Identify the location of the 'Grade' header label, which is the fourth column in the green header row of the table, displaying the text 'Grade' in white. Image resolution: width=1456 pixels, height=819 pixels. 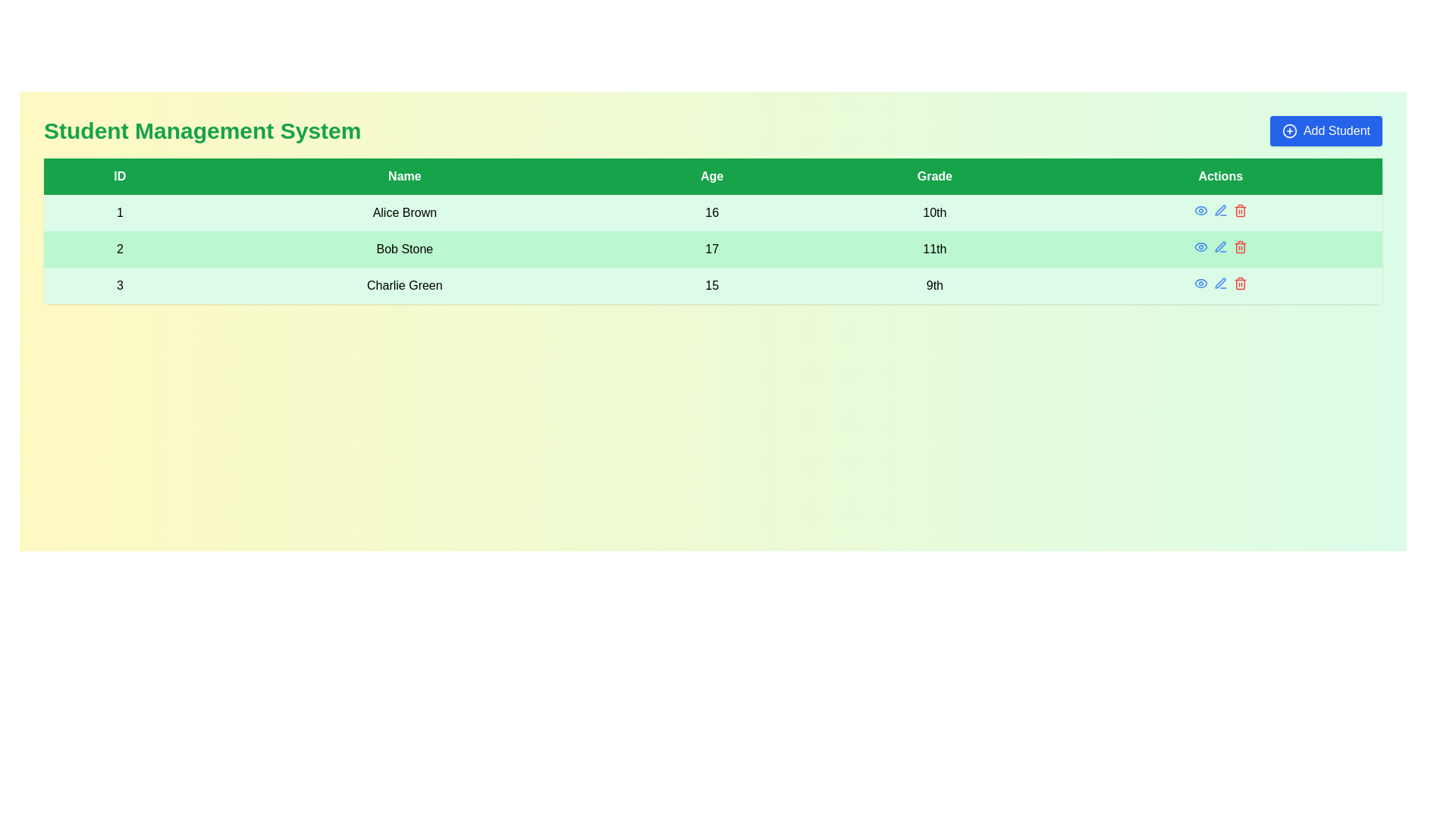
(934, 175).